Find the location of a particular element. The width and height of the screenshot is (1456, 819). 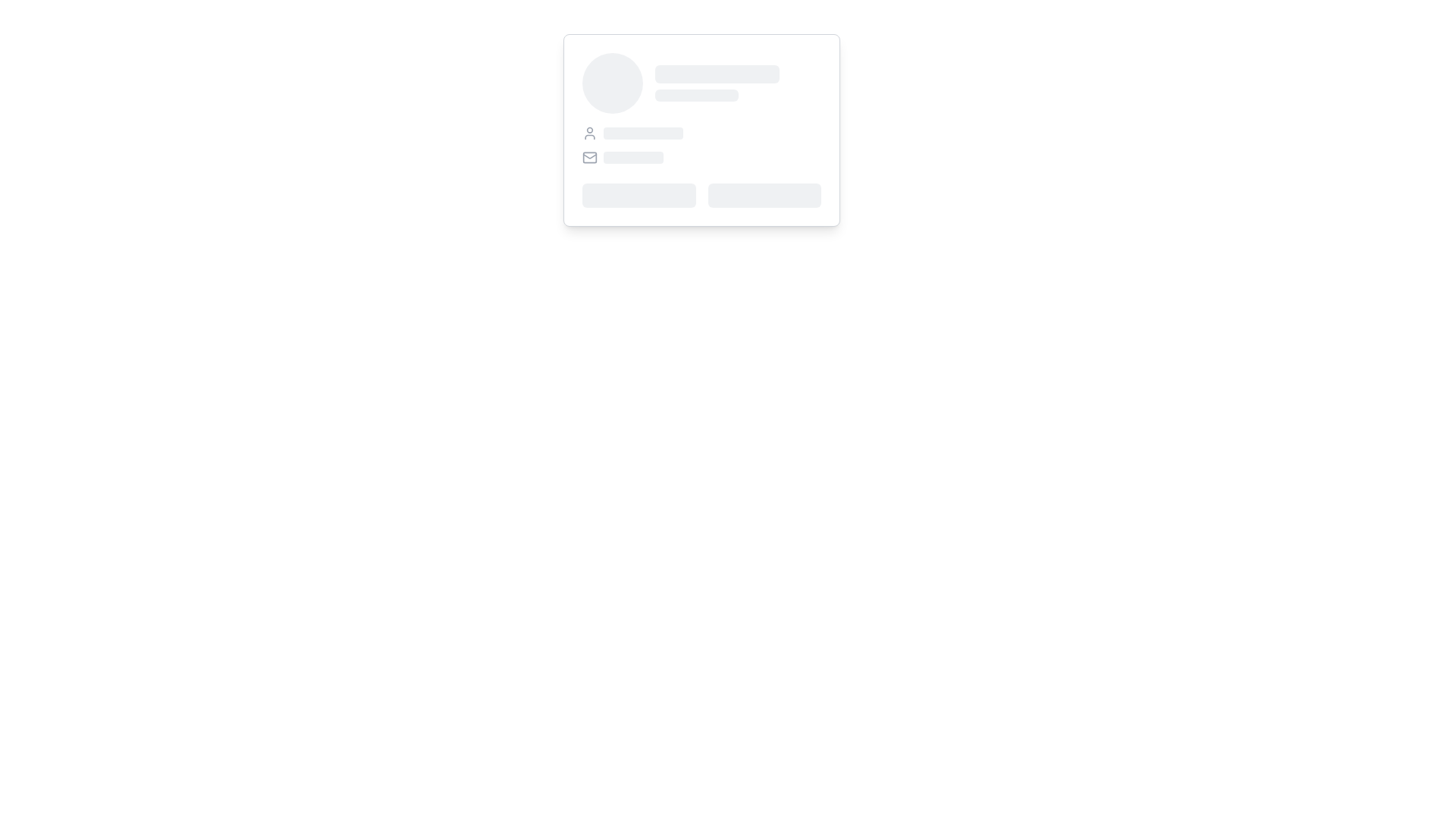

the vector graphic element that is part of the mail icon, which signifies an email or messaging feature, positioned immediately to the left of a text field and below a small user profile icon is located at coordinates (588, 158).